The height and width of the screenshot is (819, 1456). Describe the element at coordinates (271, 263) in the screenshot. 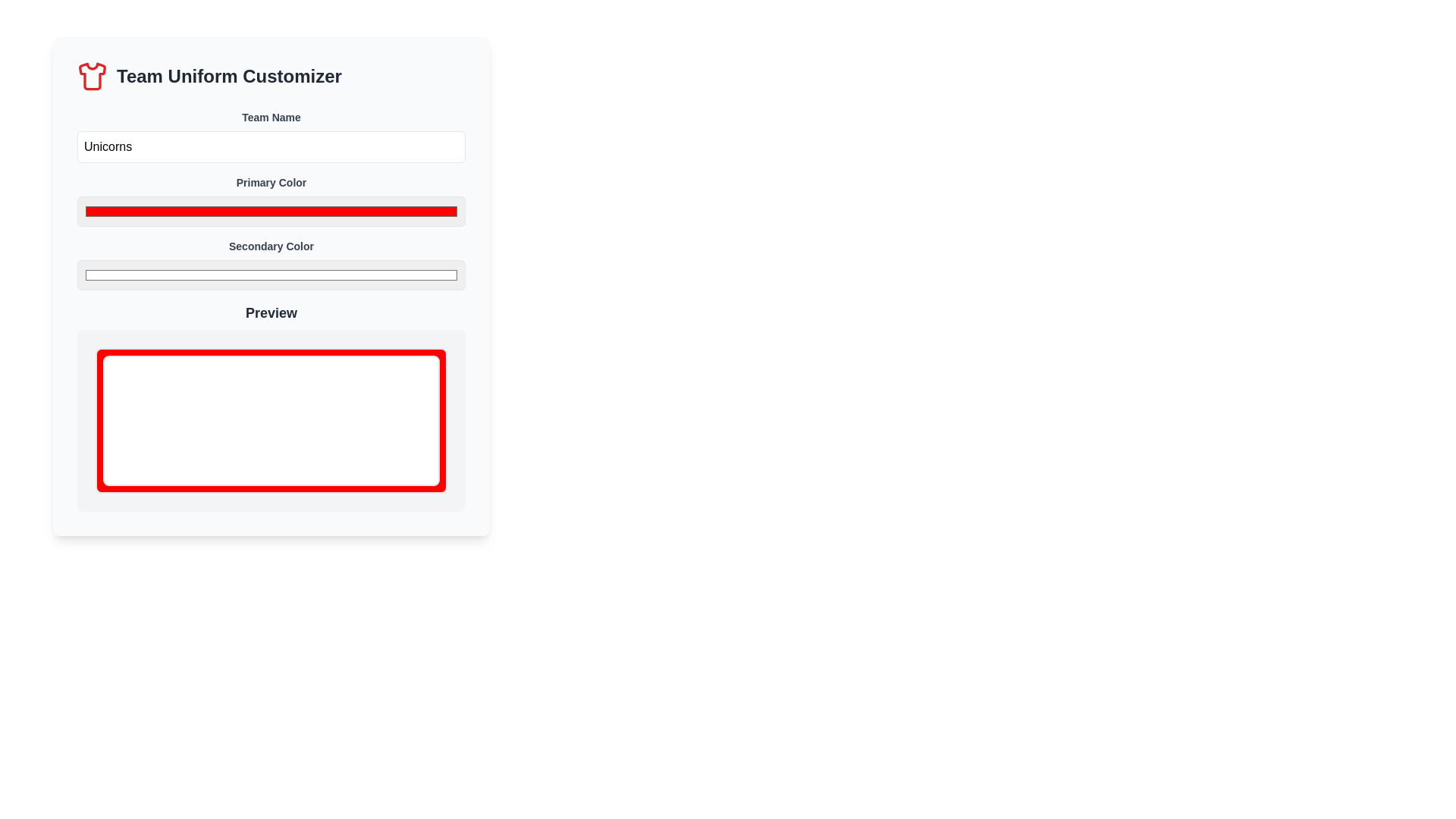

I see `the 'Secondary Color' input field` at that location.